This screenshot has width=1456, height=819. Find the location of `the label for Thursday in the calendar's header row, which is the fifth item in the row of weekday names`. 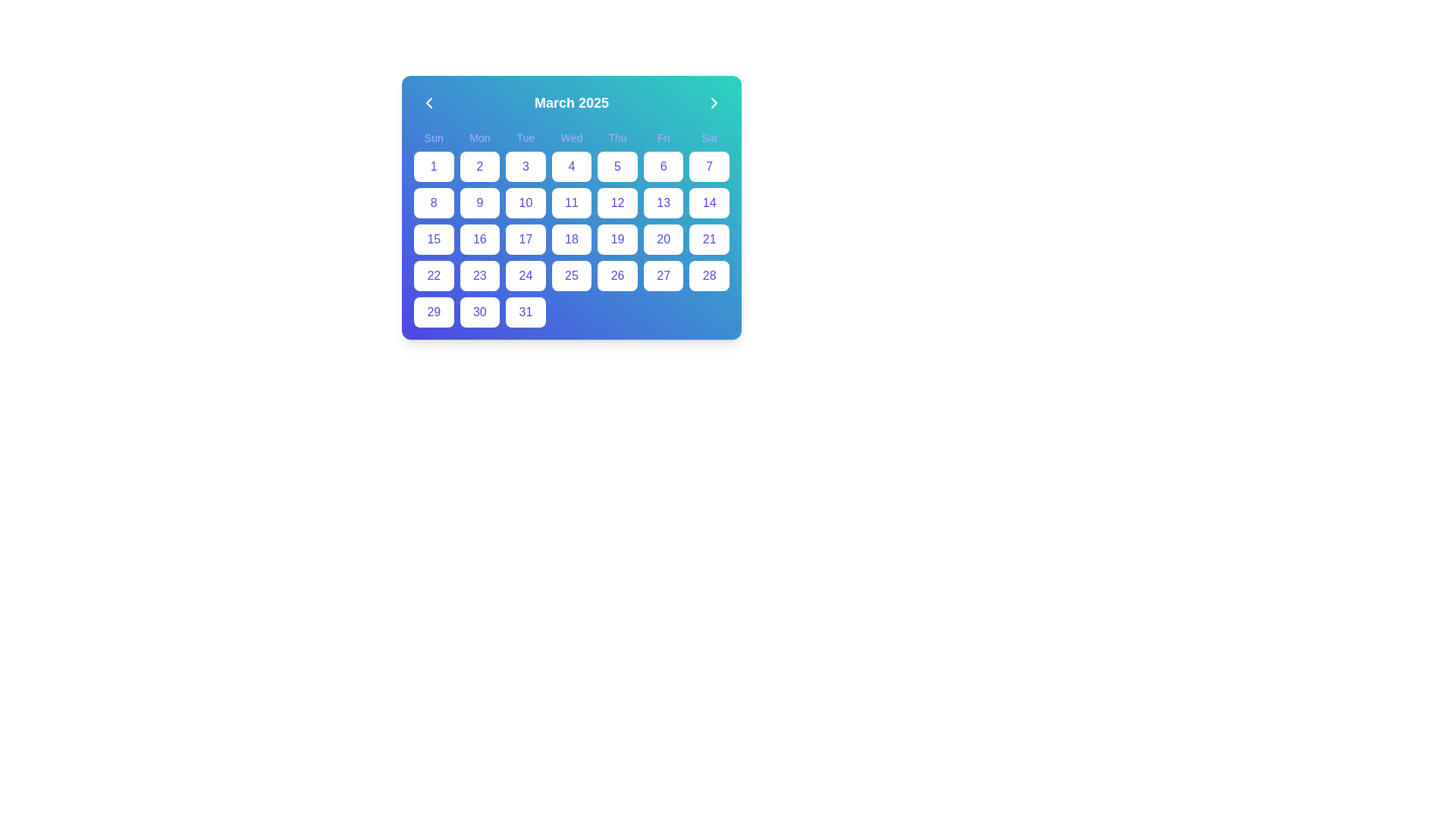

the label for Thursday in the calendar's header row, which is the fifth item in the row of weekday names is located at coordinates (617, 137).